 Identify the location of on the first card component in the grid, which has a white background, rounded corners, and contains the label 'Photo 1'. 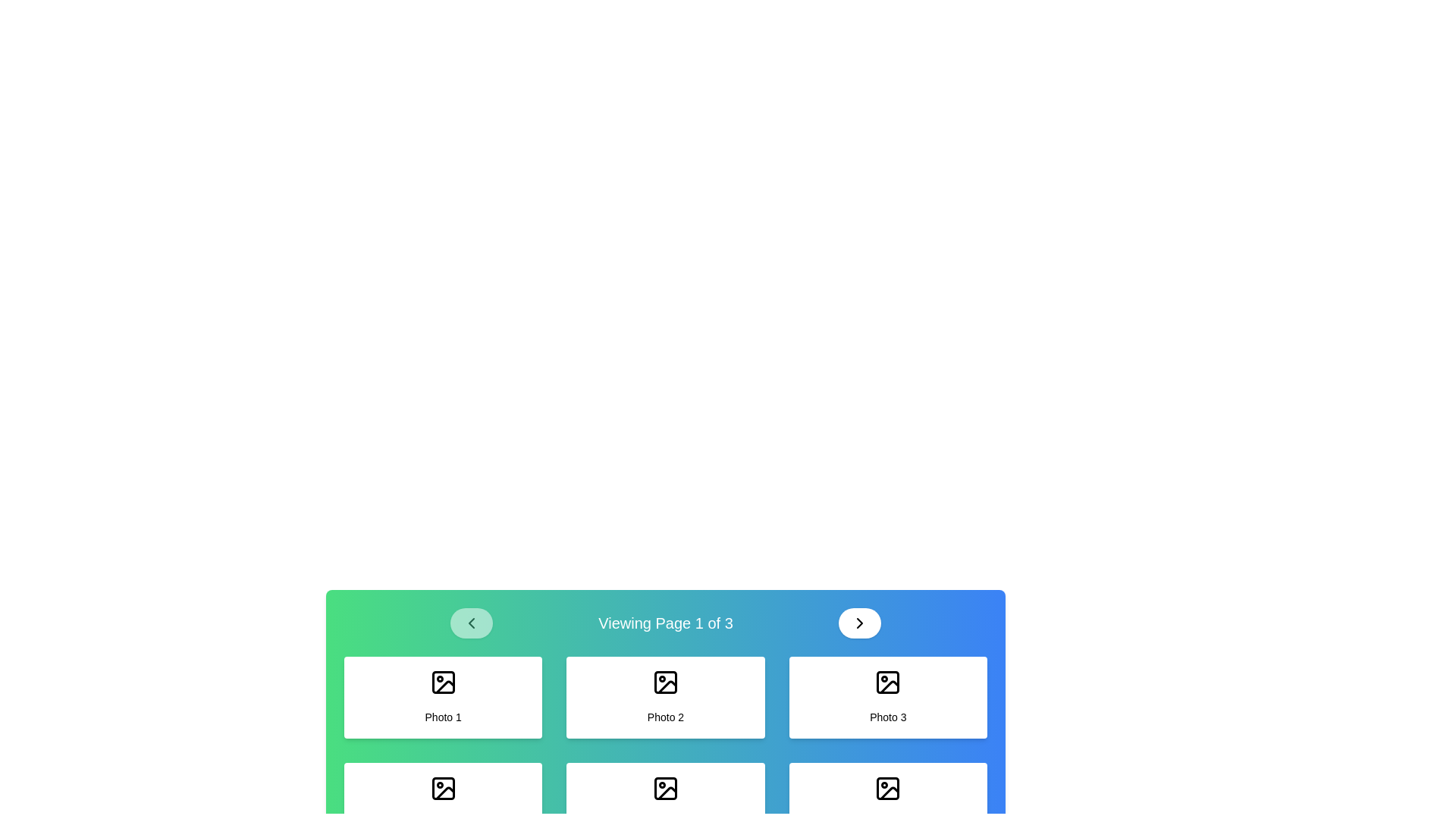
(442, 698).